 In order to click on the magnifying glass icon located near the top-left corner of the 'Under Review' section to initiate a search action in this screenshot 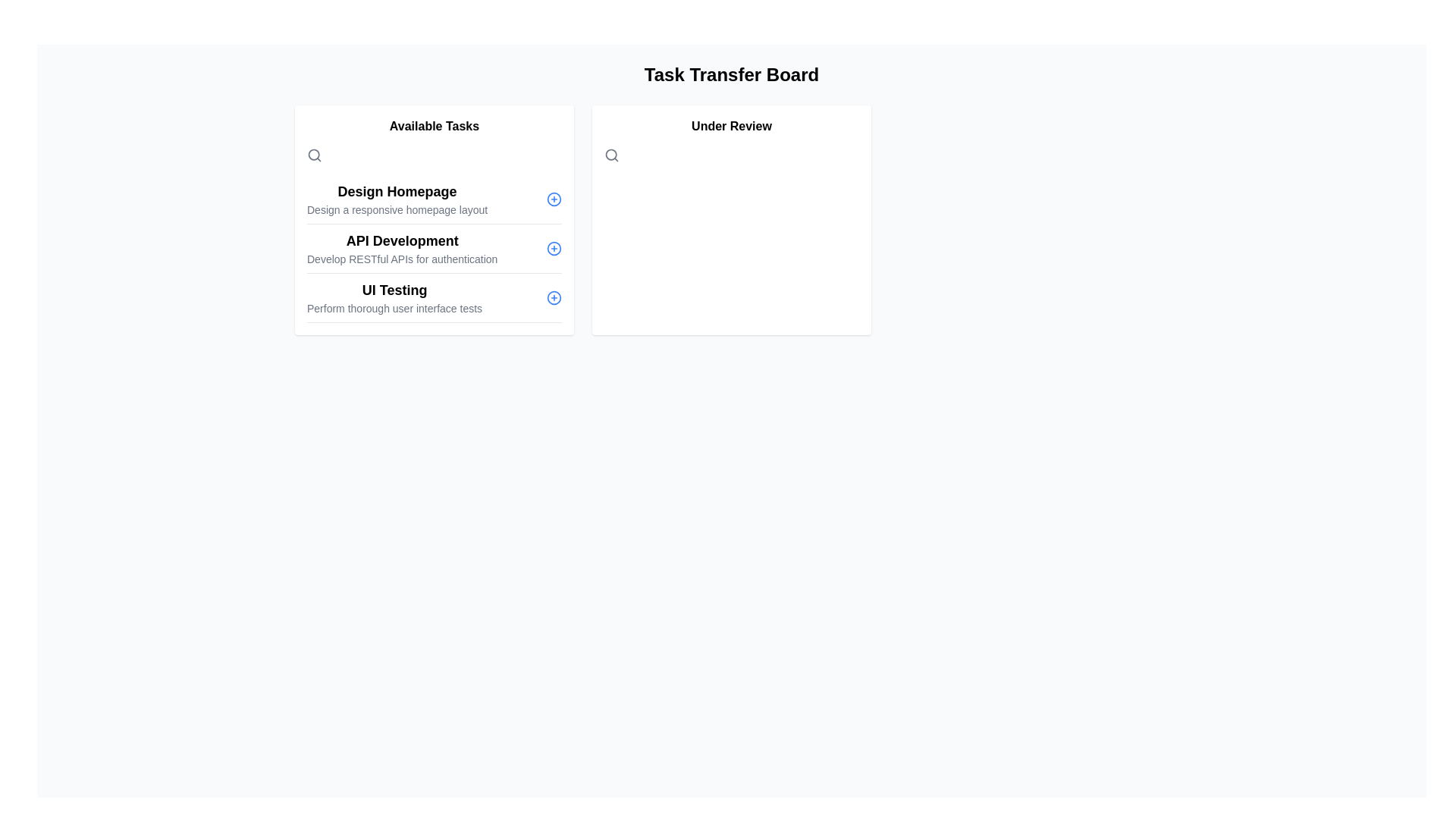, I will do `click(611, 155)`.